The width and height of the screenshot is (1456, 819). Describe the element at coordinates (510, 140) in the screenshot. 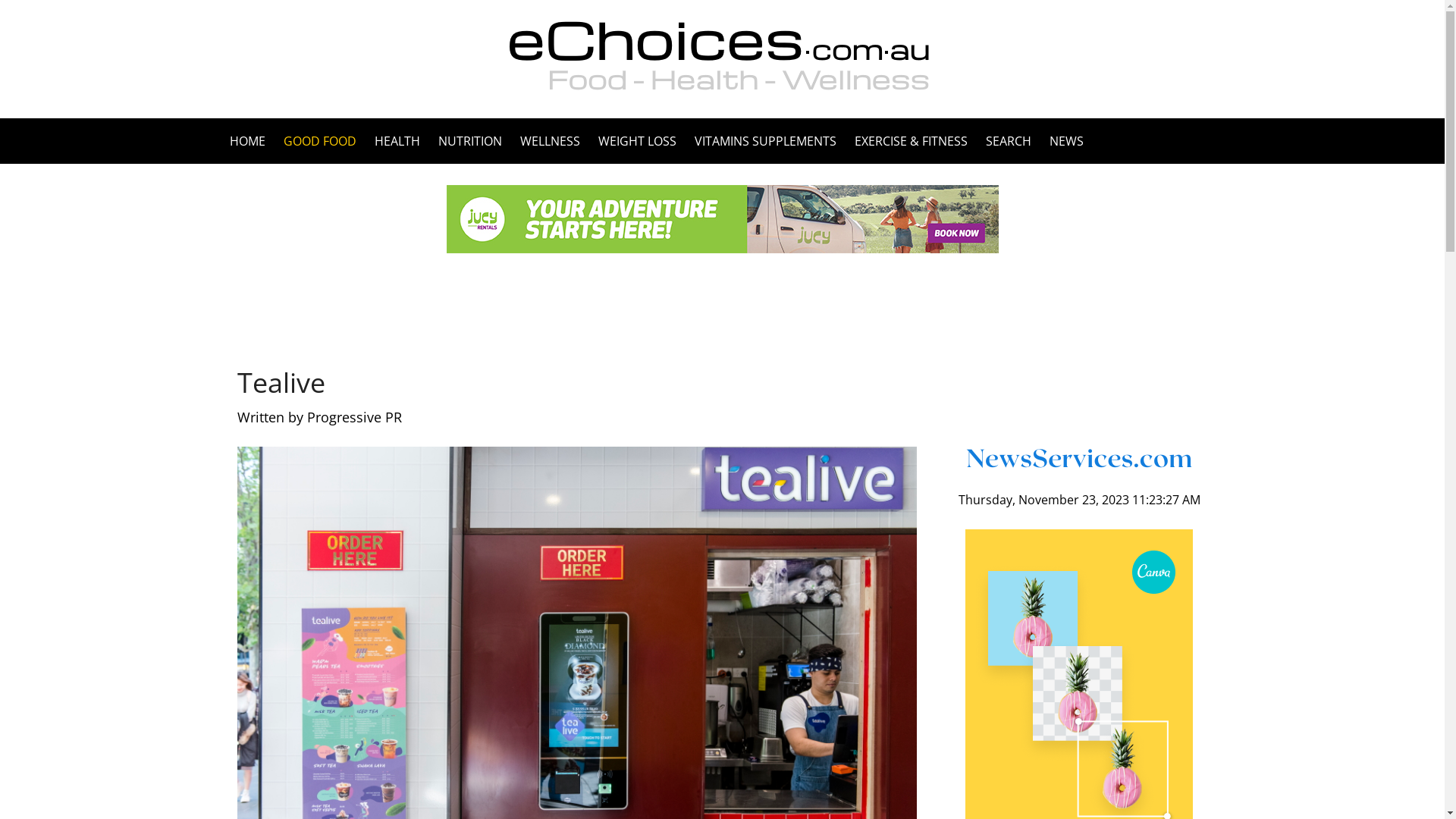

I see `'WELLNESS'` at that location.